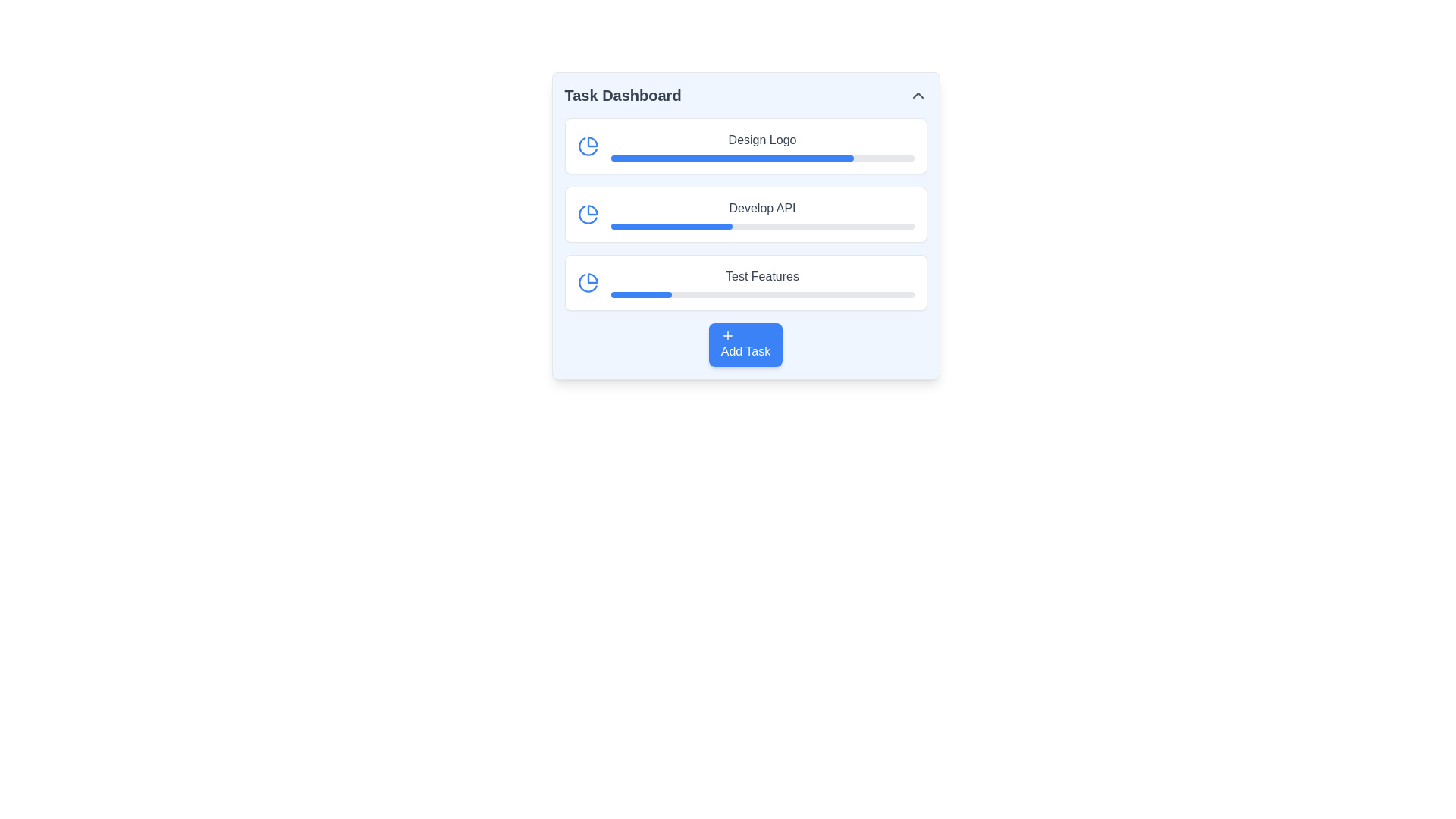 Image resolution: width=1456 pixels, height=819 pixels. I want to click on the pie chart slice SVG element located next to the 'Test Features' title in the task card, so click(587, 283).